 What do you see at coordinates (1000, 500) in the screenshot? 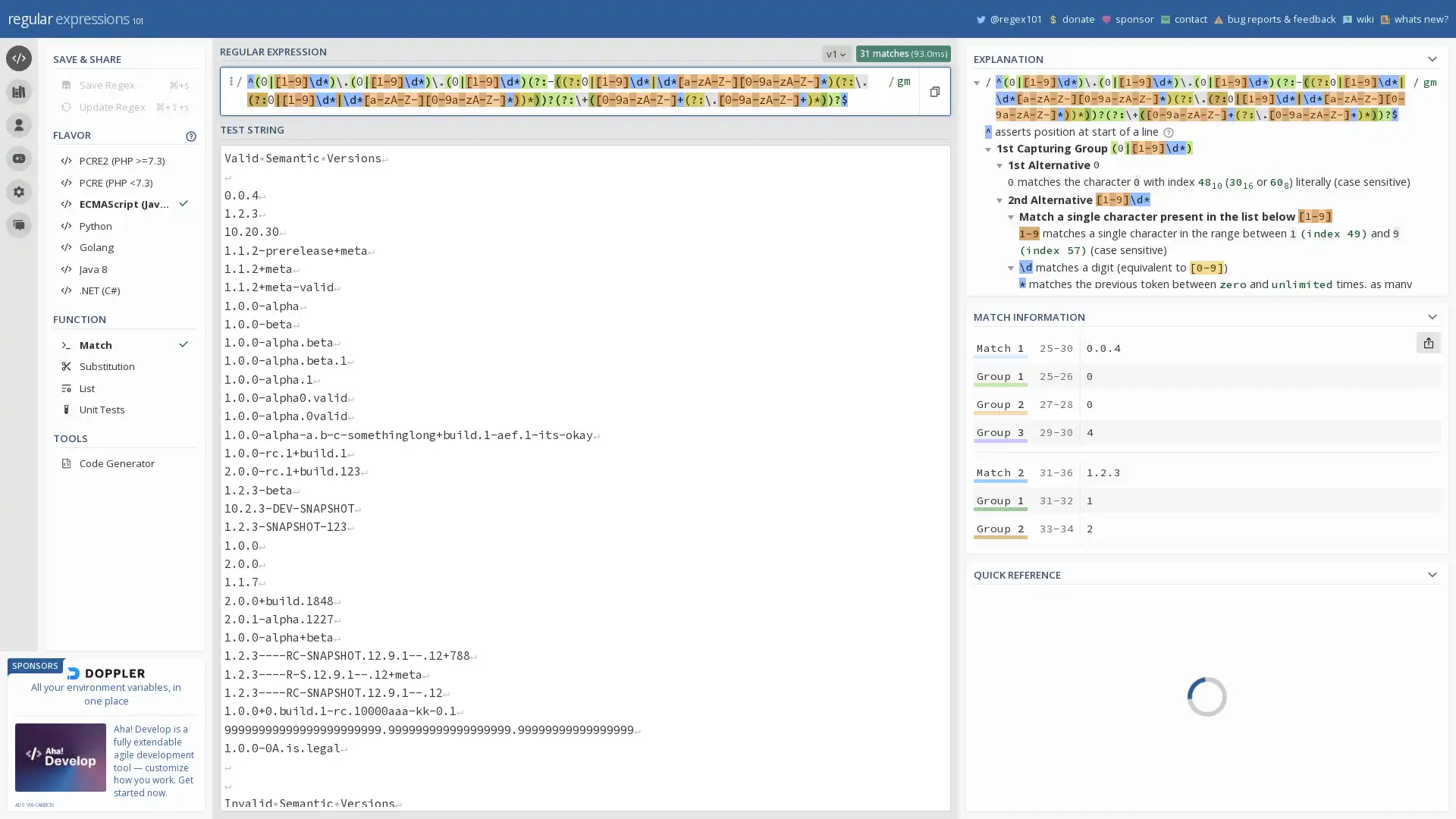
I see `Group 1` at bounding box center [1000, 500].